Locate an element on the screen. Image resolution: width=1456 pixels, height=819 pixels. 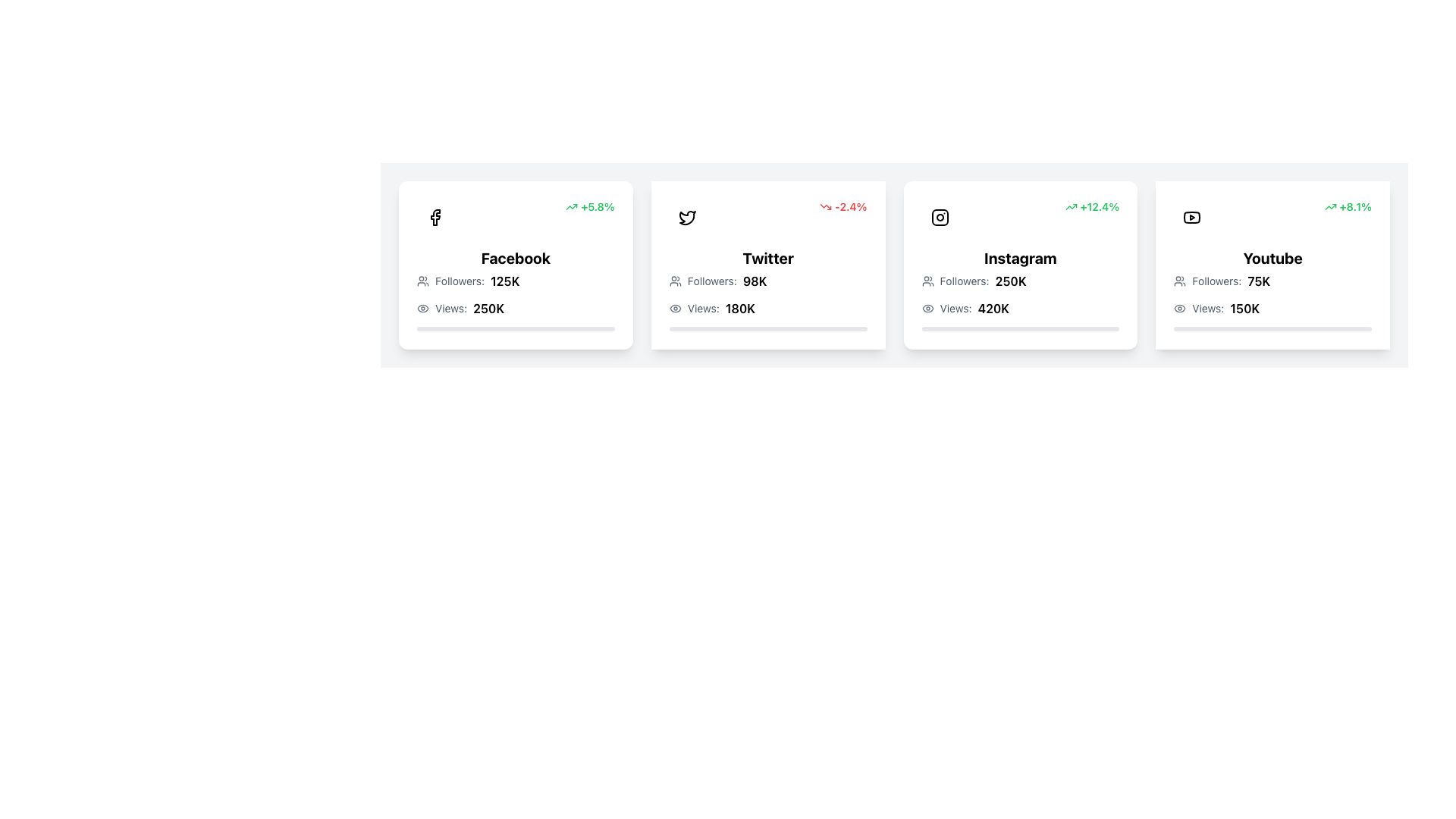
text label that displays 'Facebook', which is bold and large, centrally aligned within the Facebook social media card is located at coordinates (516, 257).